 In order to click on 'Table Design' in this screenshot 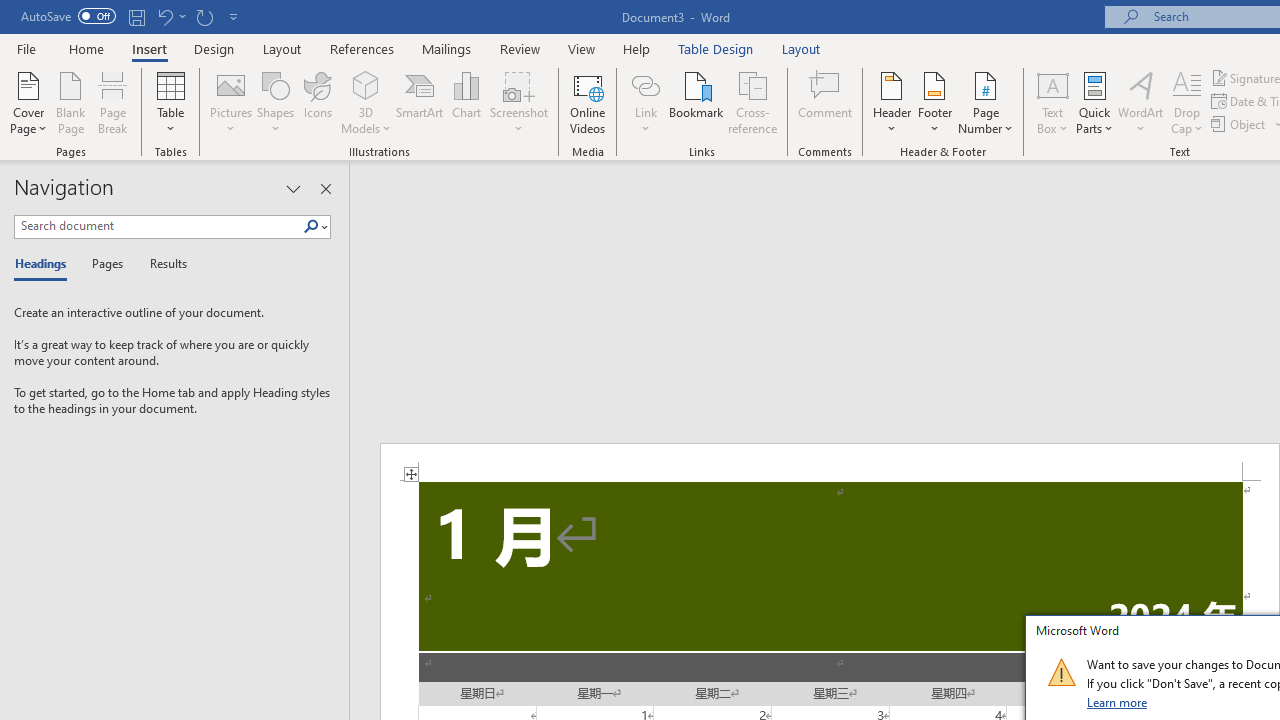, I will do `click(716, 48)`.